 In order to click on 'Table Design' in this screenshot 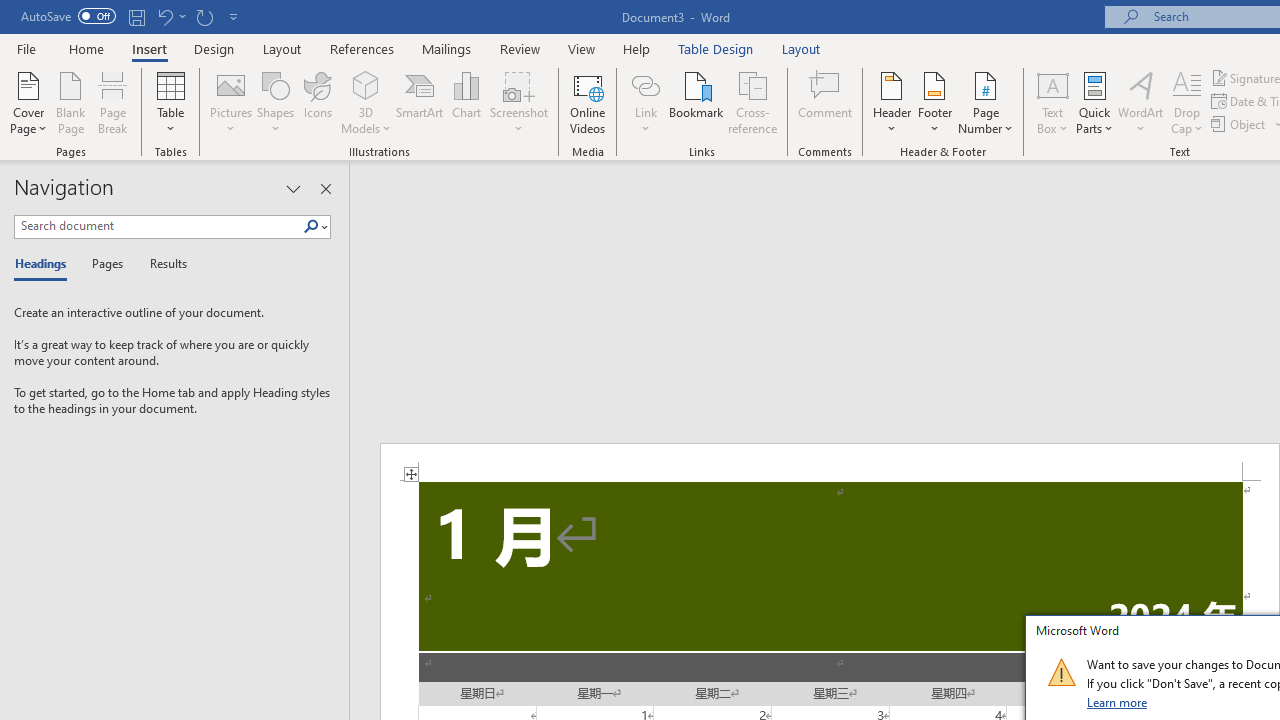, I will do `click(716, 48)`.